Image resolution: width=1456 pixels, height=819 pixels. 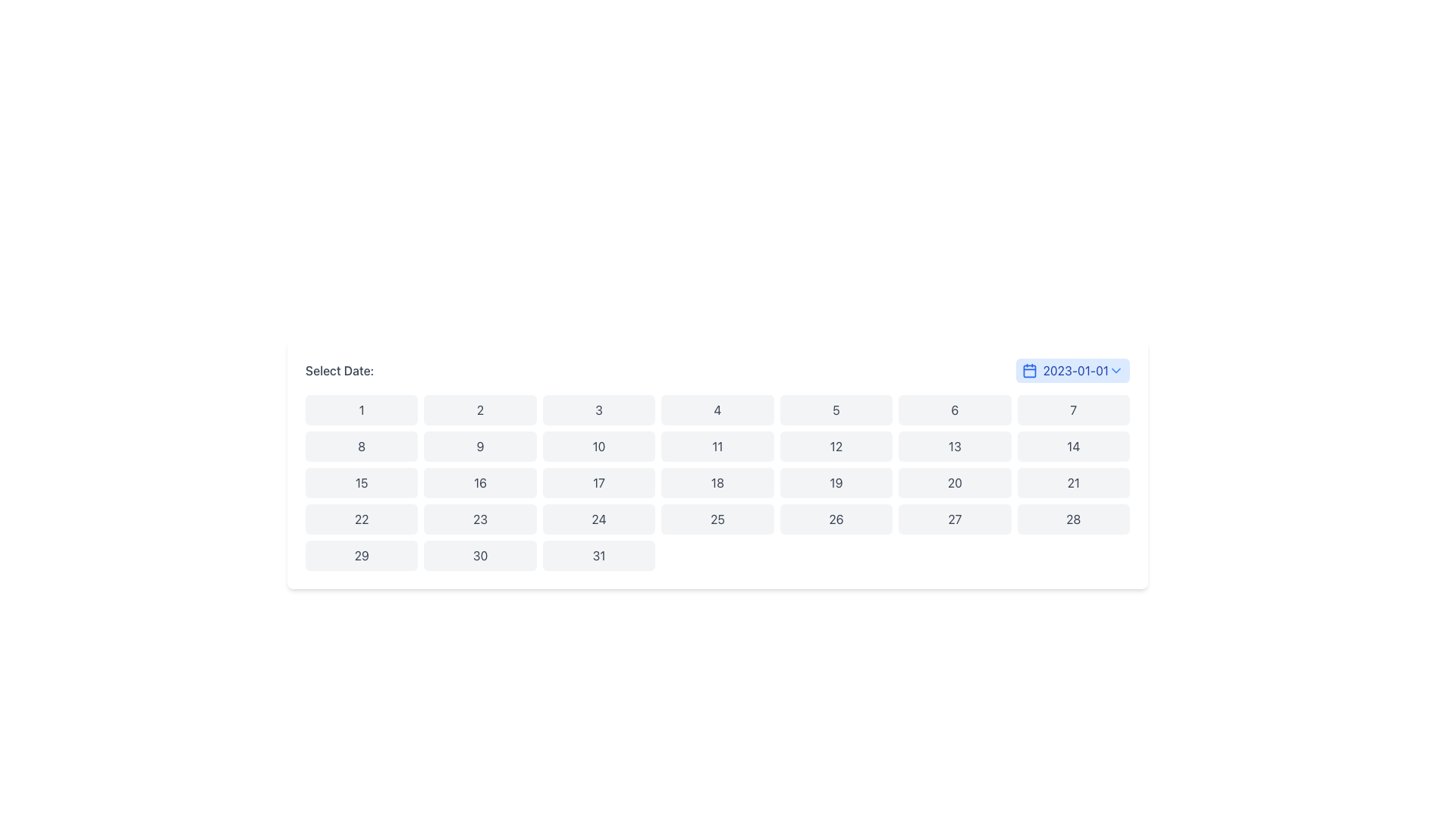 I want to click on the button labeled '26' with a light gray background and darker gray text, so click(x=835, y=519).